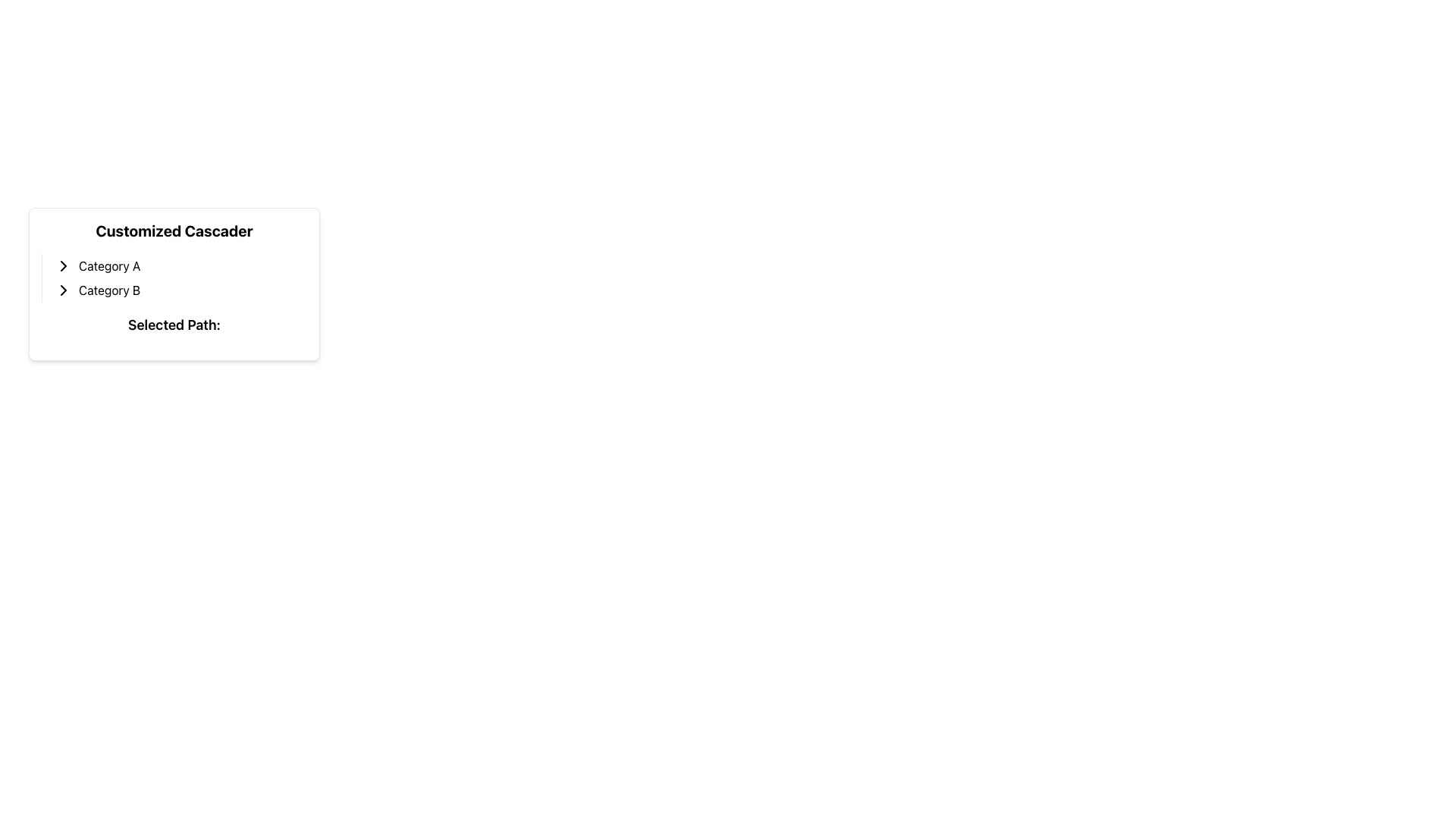 Image resolution: width=1456 pixels, height=819 pixels. Describe the element at coordinates (108, 265) in the screenshot. I see `the text label that serves as a title for a selectable category within the cascading menu` at that location.